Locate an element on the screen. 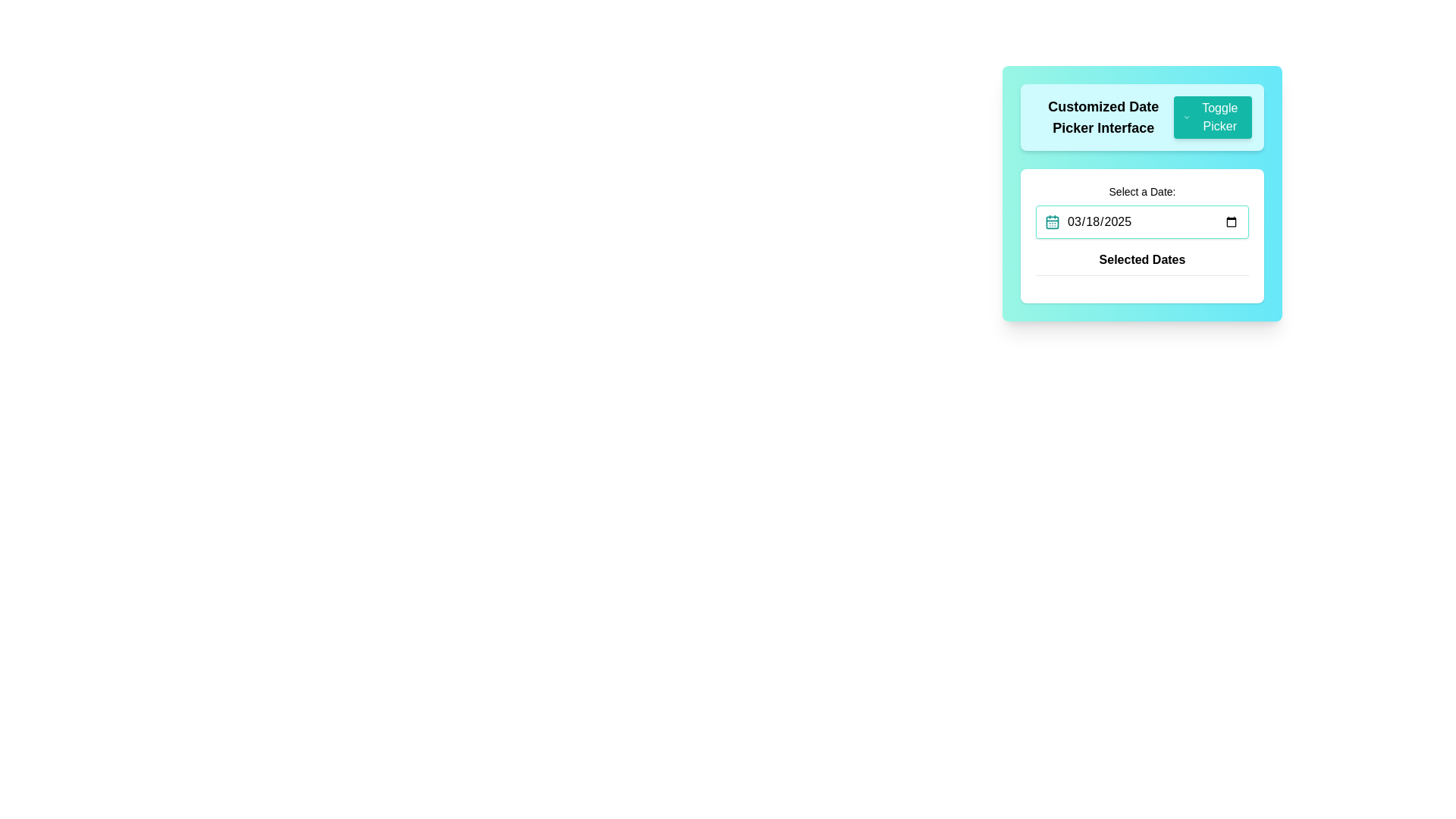 This screenshot has height=819, width=1456. the calendar icon decoration, which is a rectangle with slightly rounded corners located to the left of the date input field labeled 'Select a Date' is located at coordinates (1051, 222).